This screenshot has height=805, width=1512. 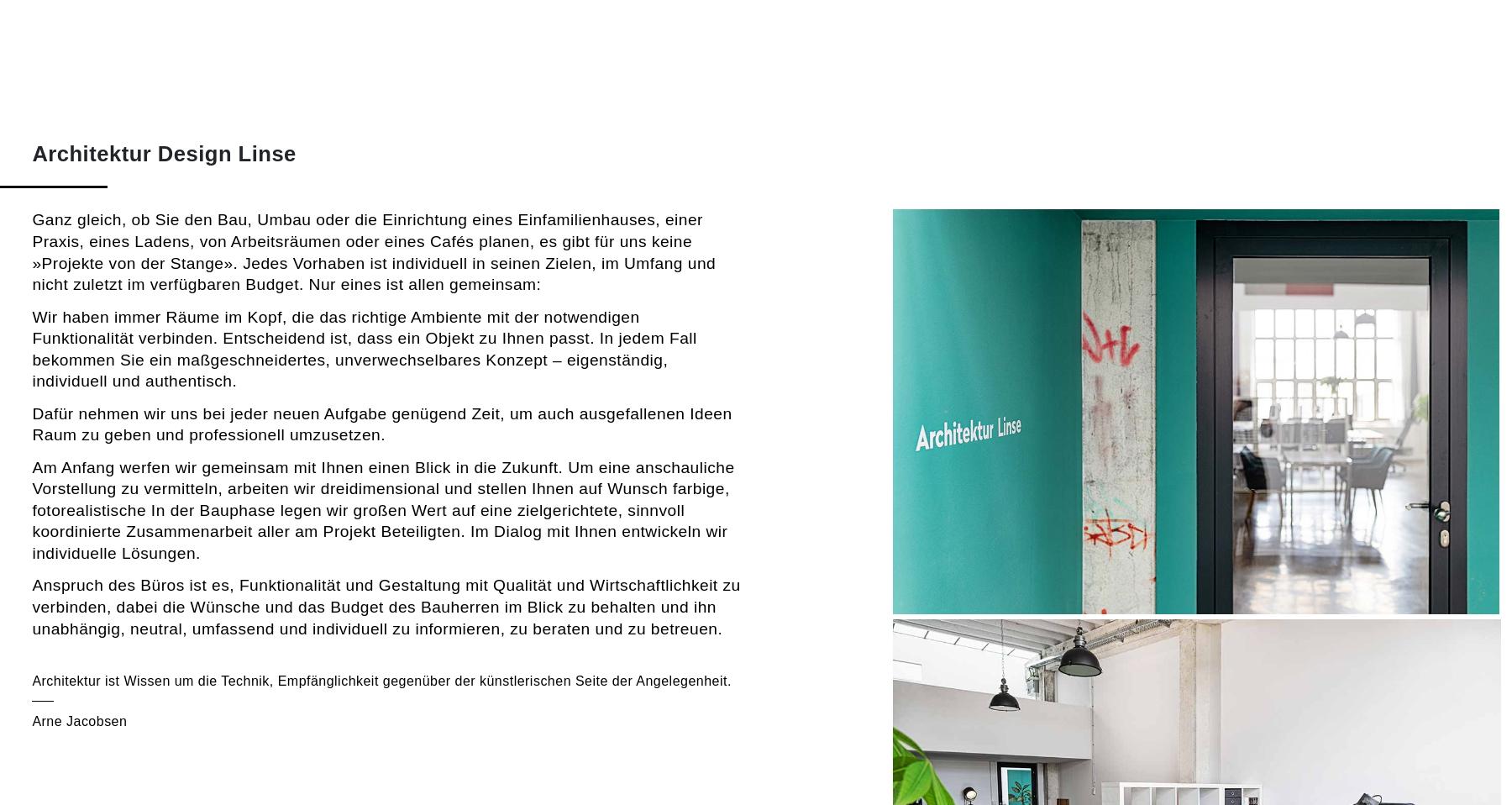 What do you see at coordinates (1131, 670) in the screenshot?
I see `'Bau eines hochwertigen Einfamilienhauses in Hanglage in Erfurt (Privater Auftraggeber)'` at bounding box center [1131, 670].